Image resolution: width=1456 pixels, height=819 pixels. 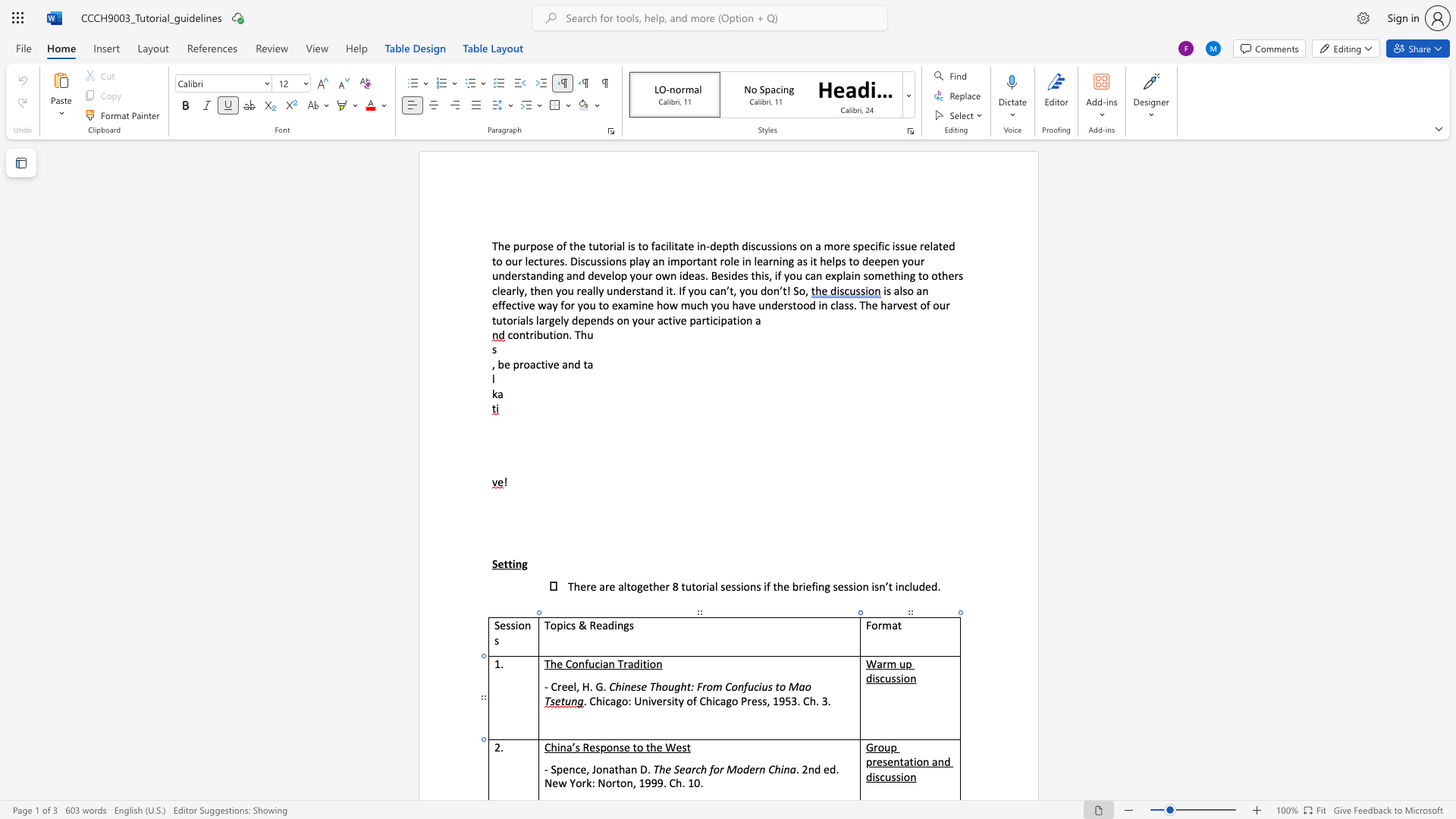 What do you see at coordinates (659, 746) in the screenshot?
I see `the 3th character "e" in the text` at bounding box center [659, 746].